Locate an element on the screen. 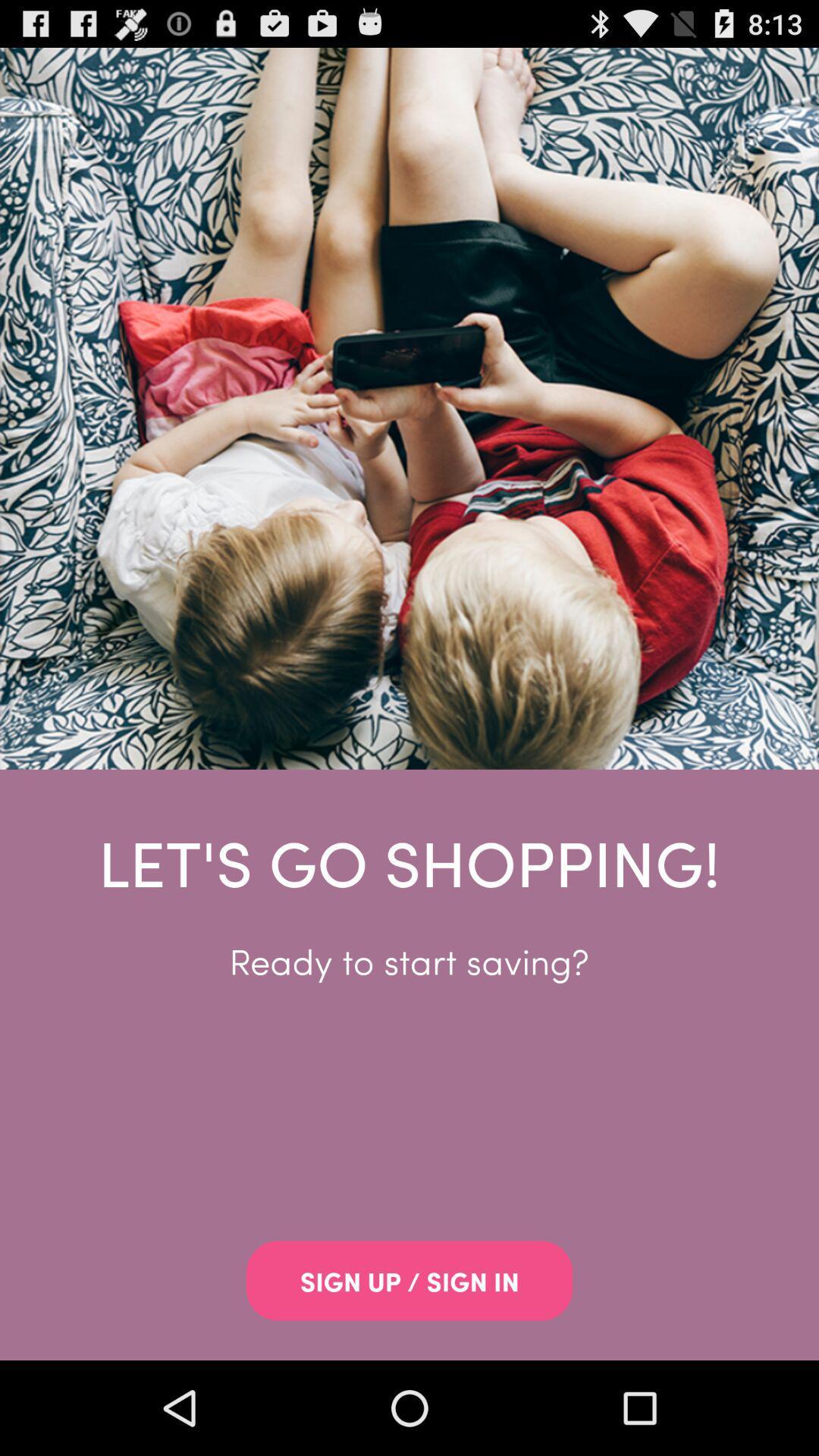  sign up sign icon is located at coordinates (409, 1280).